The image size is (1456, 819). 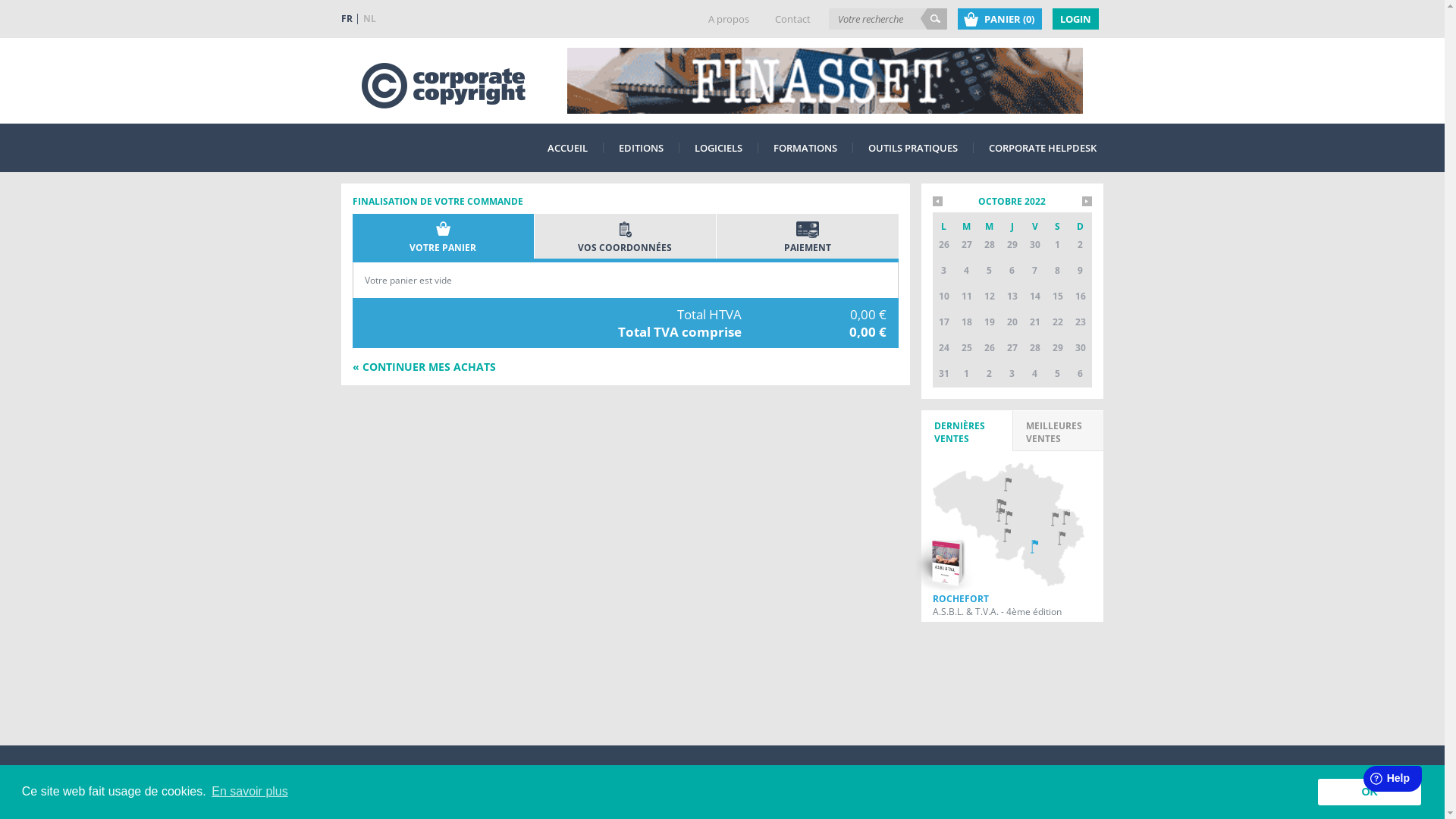 I want to click on '*mois_suivant', so click(x=1085, y=200).